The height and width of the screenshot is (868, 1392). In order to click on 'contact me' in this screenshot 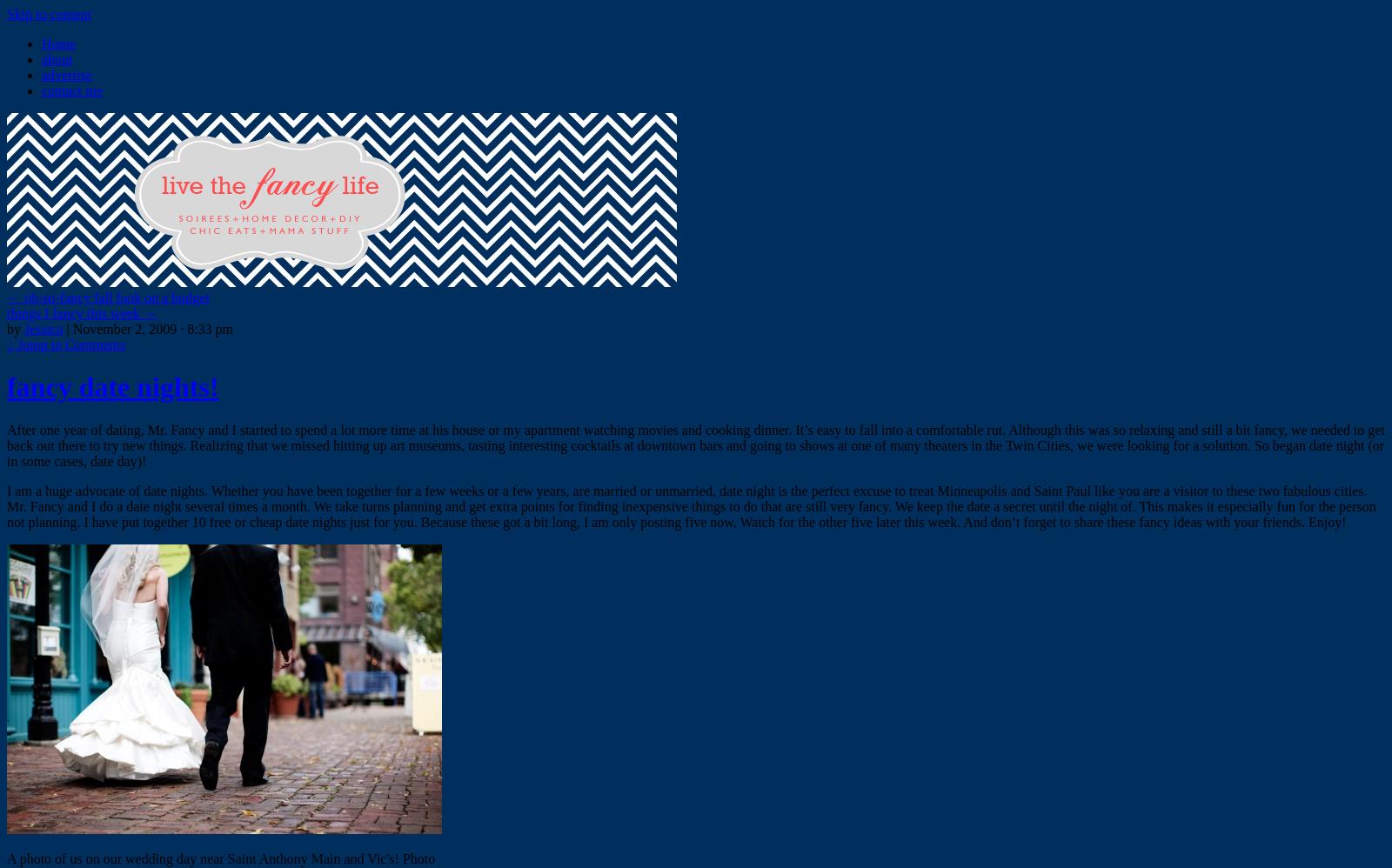, I will do `click(70, 90)`.